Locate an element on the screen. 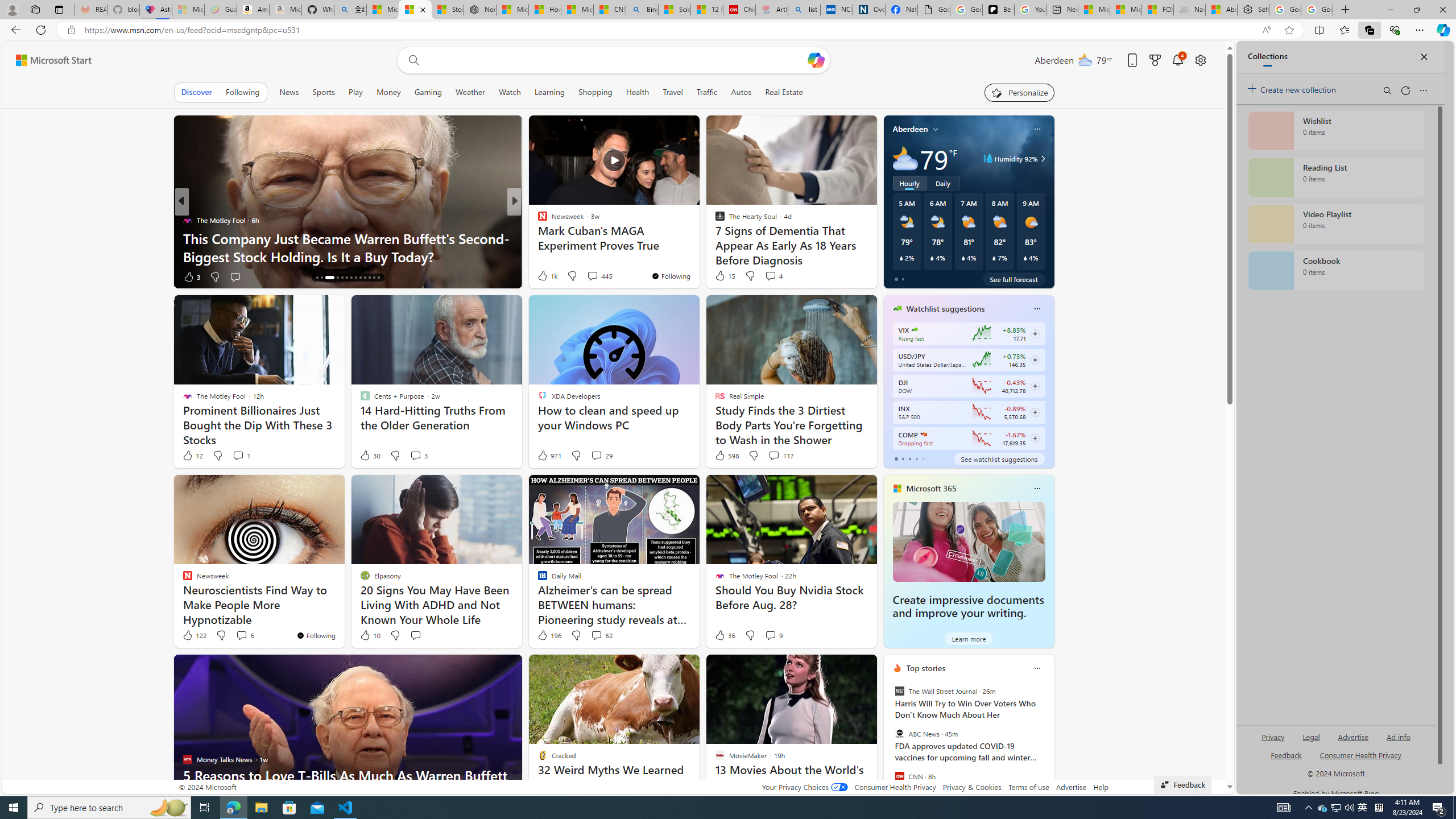 This screenshot has height=819, width=1456. 'list of asthma inhalers uk - Search' is located at coordinates (804, 9).